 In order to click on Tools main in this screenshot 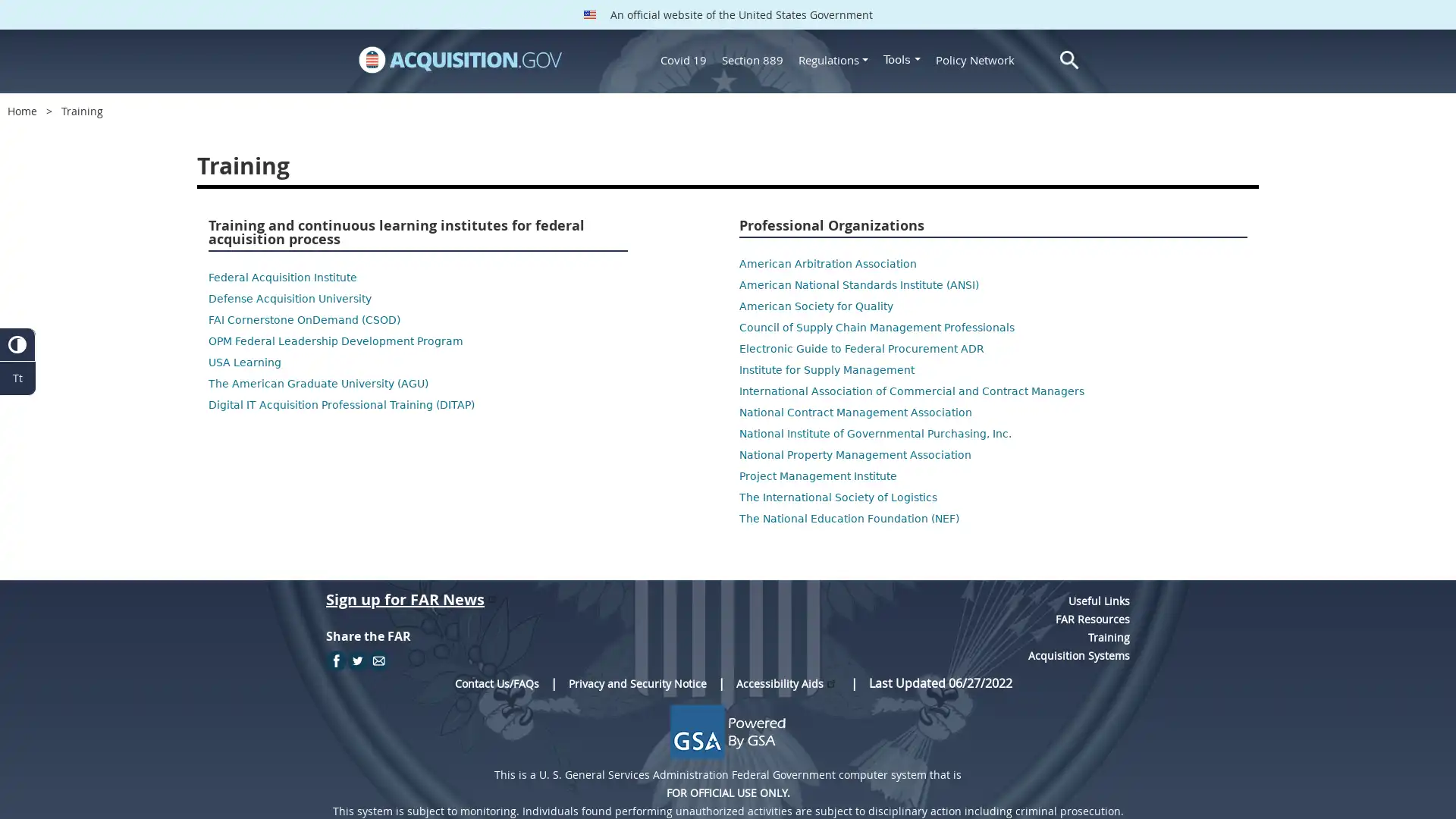, I will do `click(902, 58)`.